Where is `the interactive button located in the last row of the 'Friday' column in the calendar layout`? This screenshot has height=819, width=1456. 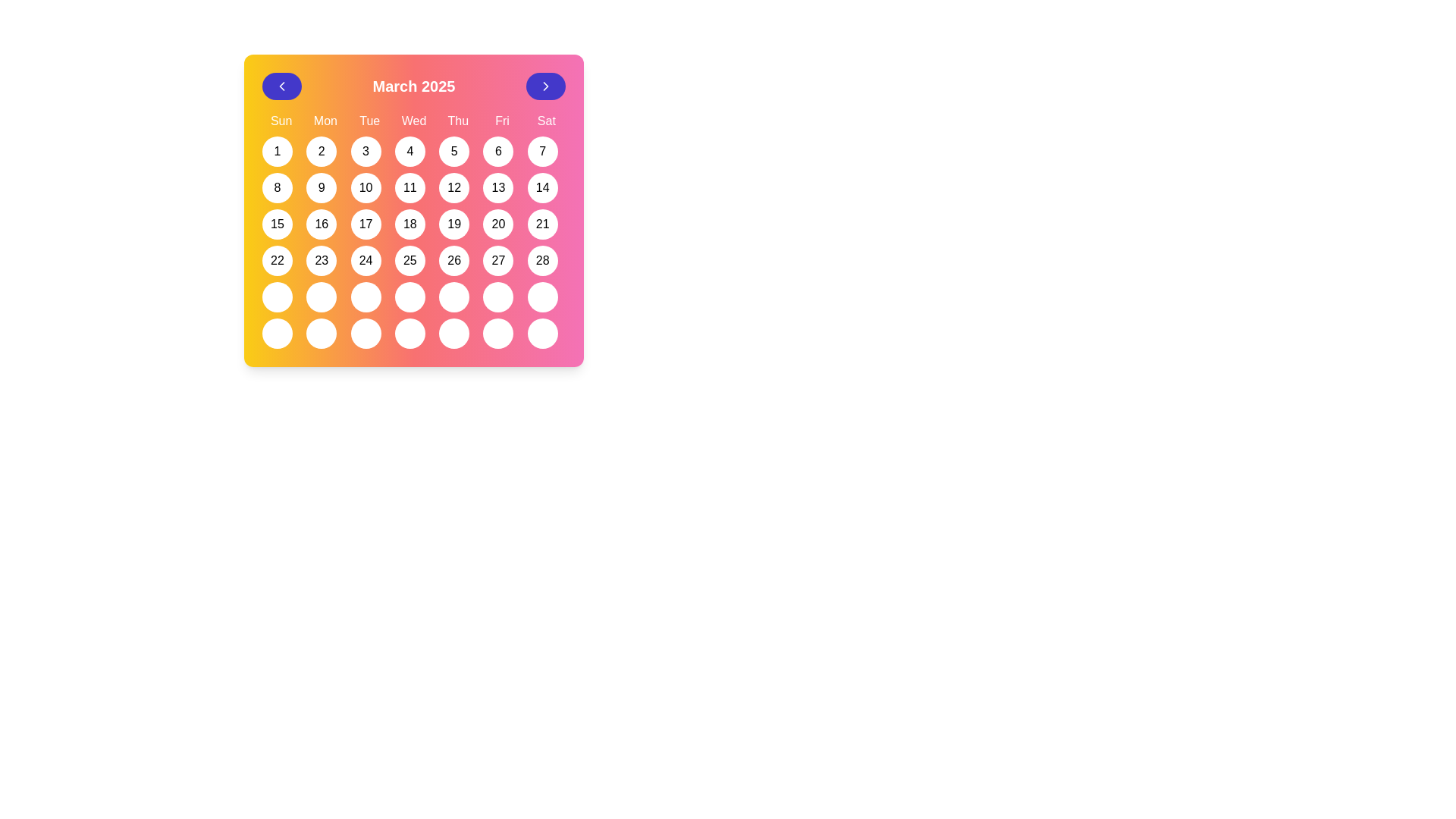
the interactive button located in the last row of the 'Friday' column in the calendar layout is located at coordinates (453, 332).